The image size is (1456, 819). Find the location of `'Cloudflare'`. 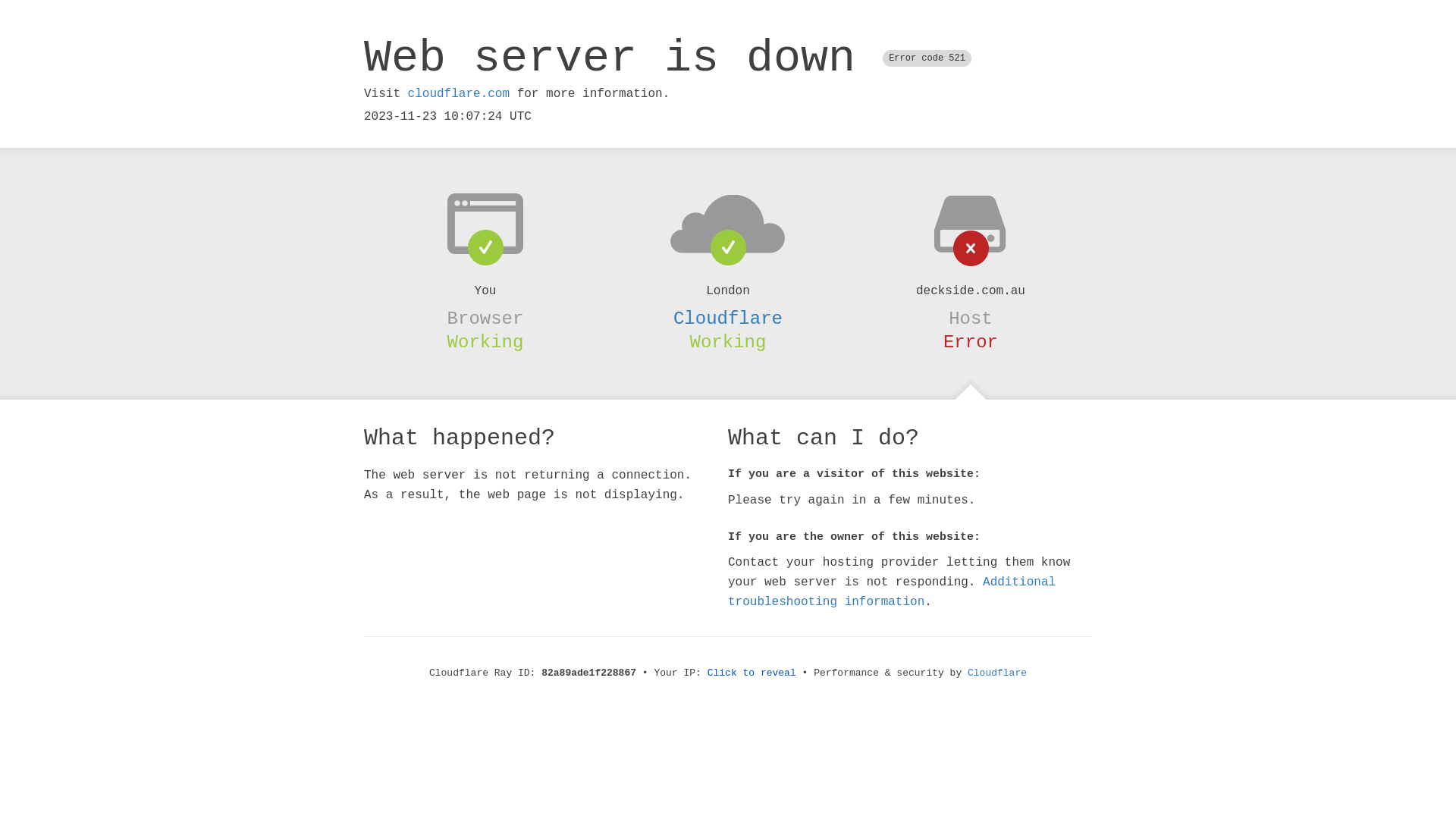

'Cloudflare' is located at coordinates (997, 672).